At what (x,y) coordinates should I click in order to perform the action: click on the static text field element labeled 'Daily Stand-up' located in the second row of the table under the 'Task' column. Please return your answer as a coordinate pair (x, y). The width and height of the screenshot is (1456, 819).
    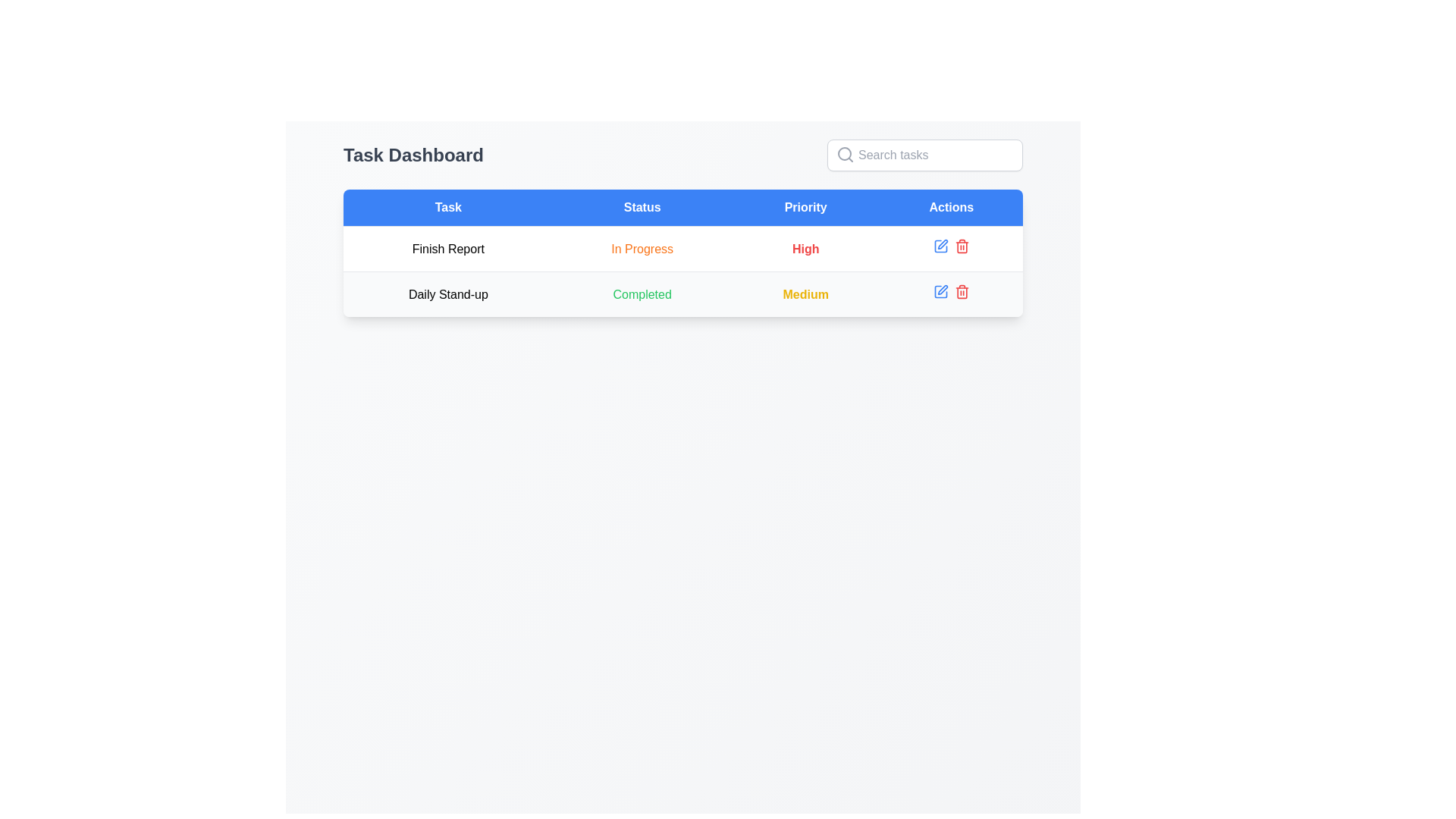
    Looking at the image, I should click on (447, 294).